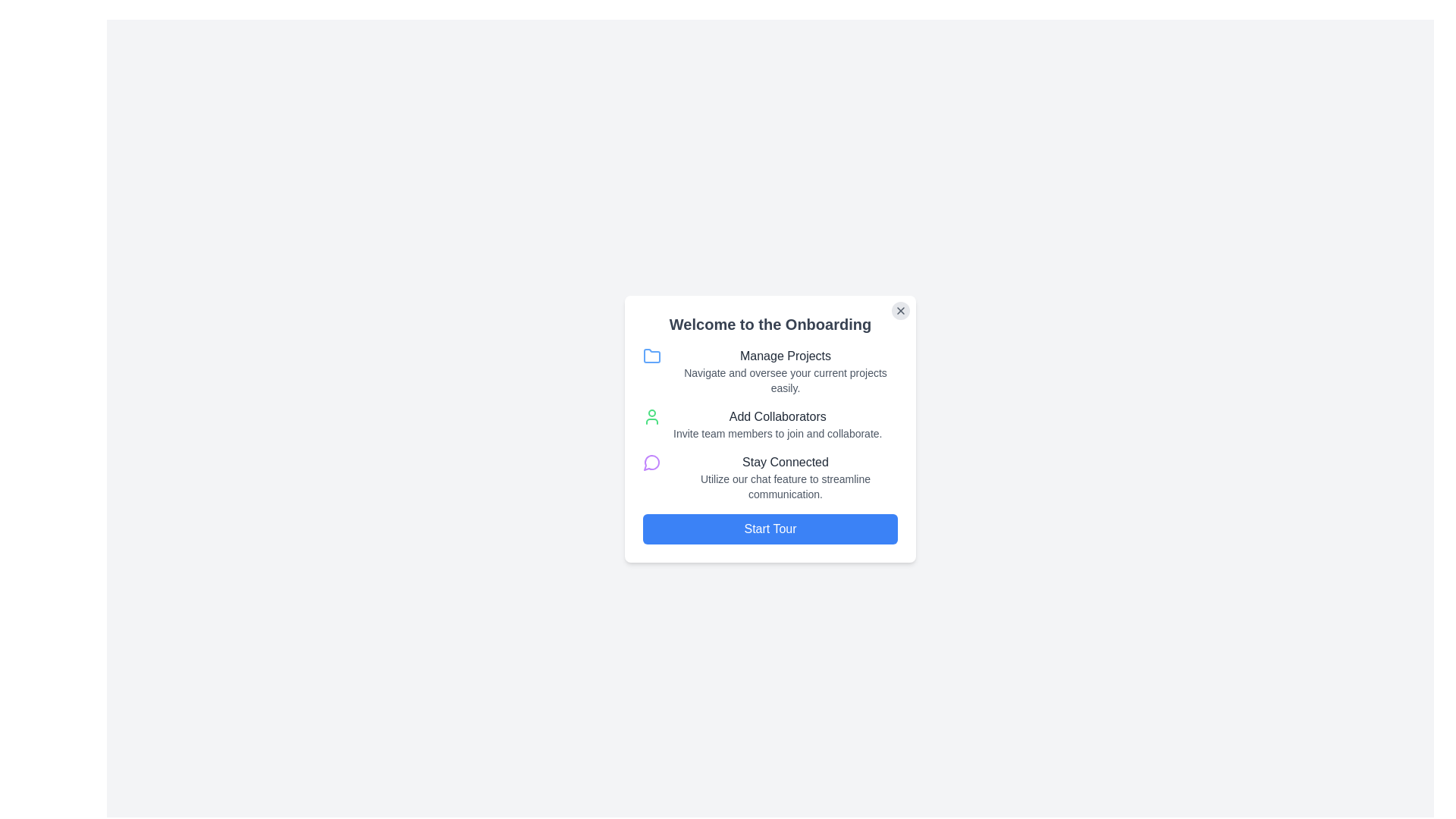  Describe the element at coordinates (770, 476) in the screenshot. I see `the informational text block element titled 'Stay Connected', which includes a speech bubble icon and descriptive text about utilizing the chat feature` at that location.